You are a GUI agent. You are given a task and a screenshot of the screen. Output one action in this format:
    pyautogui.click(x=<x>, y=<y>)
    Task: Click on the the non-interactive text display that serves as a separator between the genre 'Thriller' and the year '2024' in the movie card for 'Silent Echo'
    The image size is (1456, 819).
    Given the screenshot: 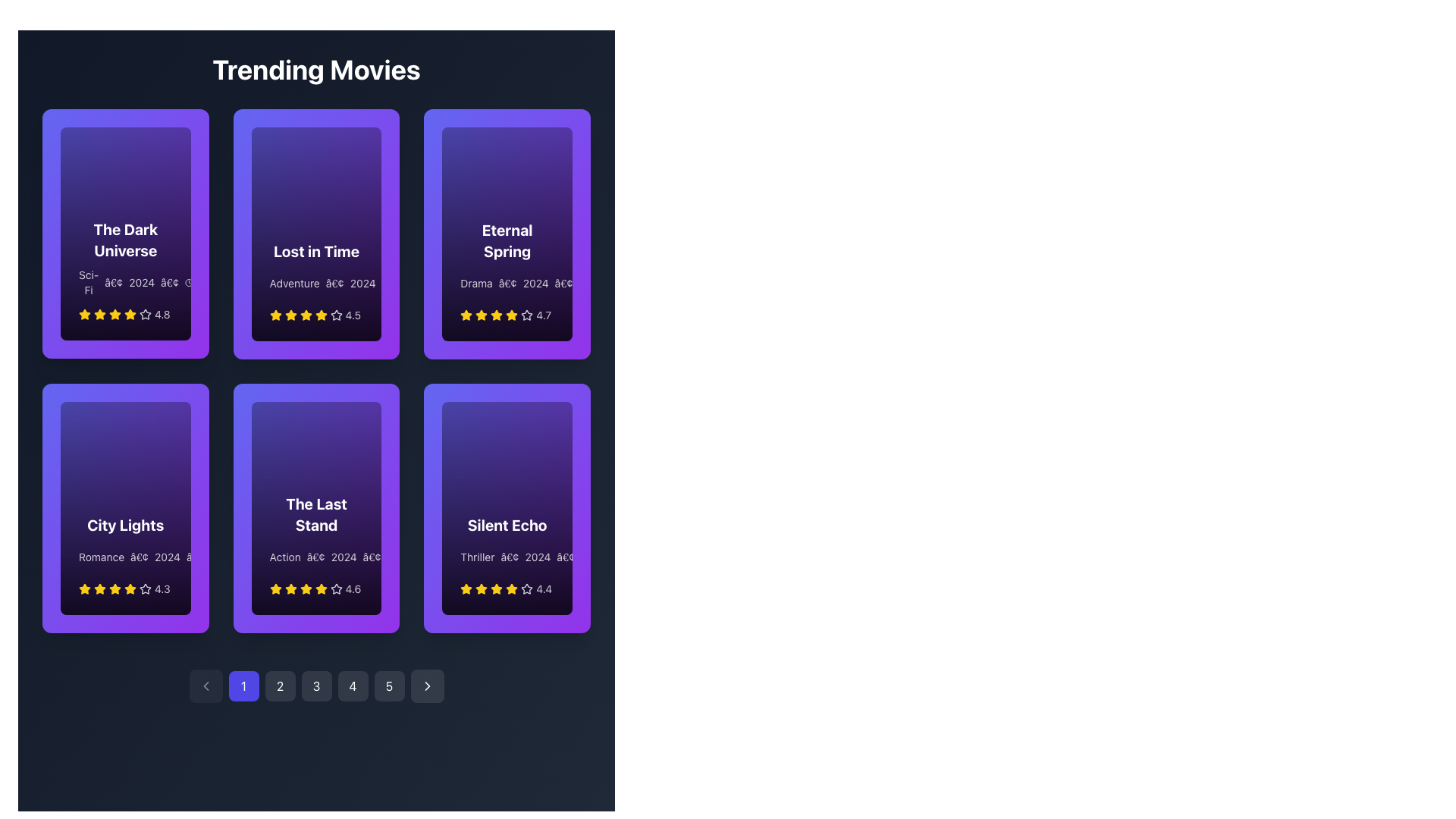 What is the action you would take?
    pyautogui.click(x=510, y=557)
    